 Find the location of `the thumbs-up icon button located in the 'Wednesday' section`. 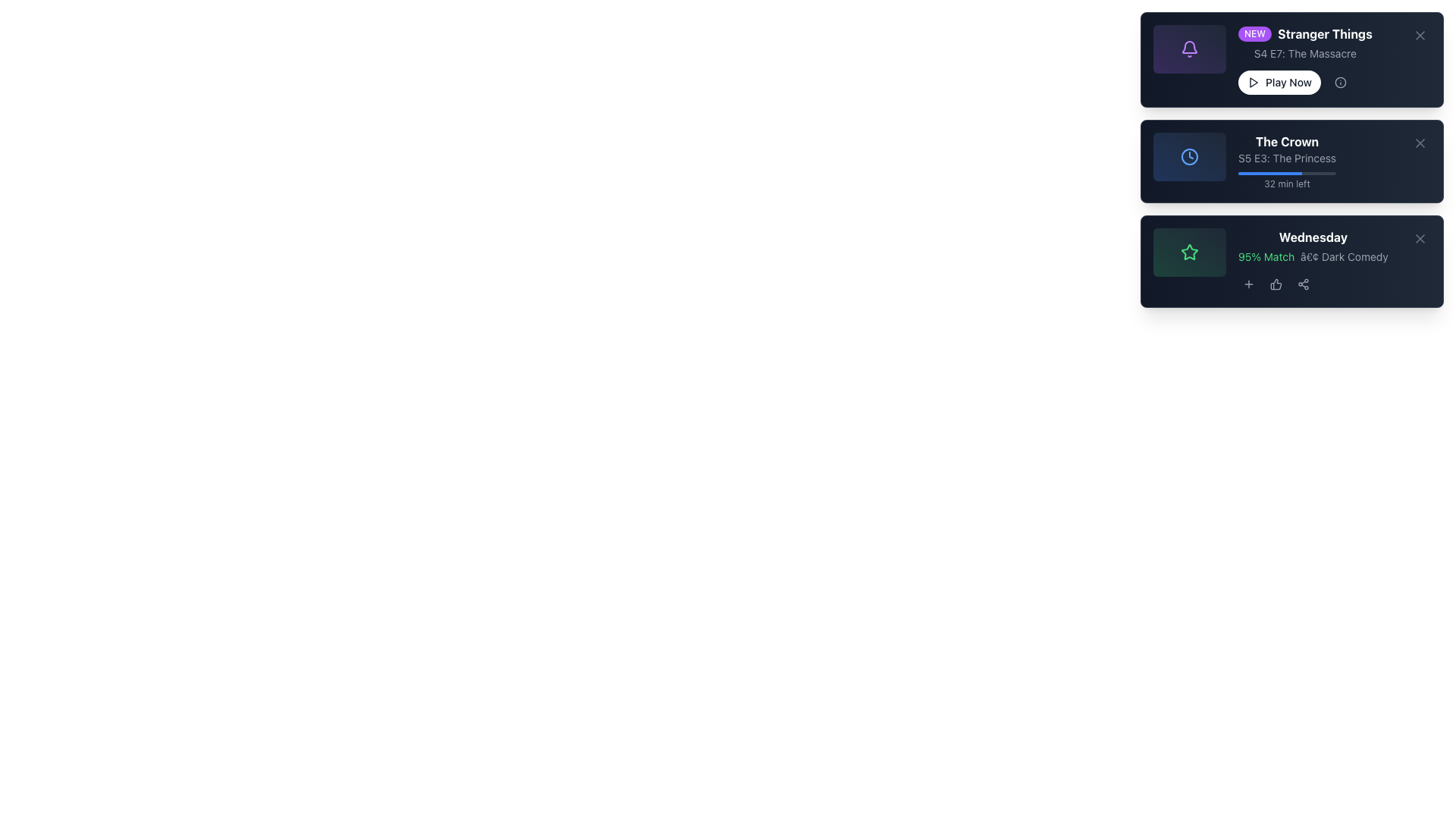

the thumbs-up icon button located in the 'Wednesday' section is located at coordinates (1275, 284).